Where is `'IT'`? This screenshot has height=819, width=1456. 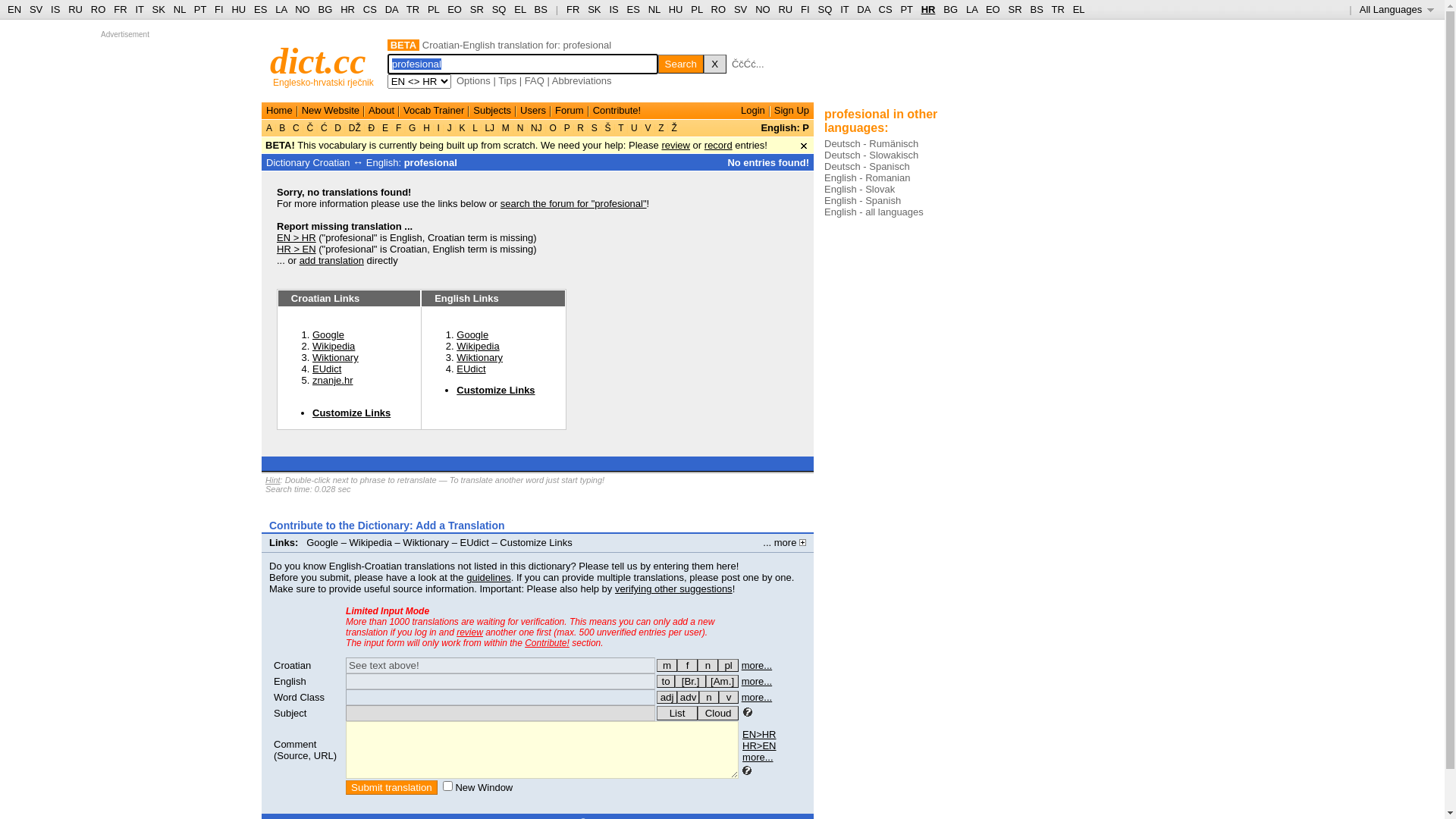
'IT' is located at coordinates (843, 9).